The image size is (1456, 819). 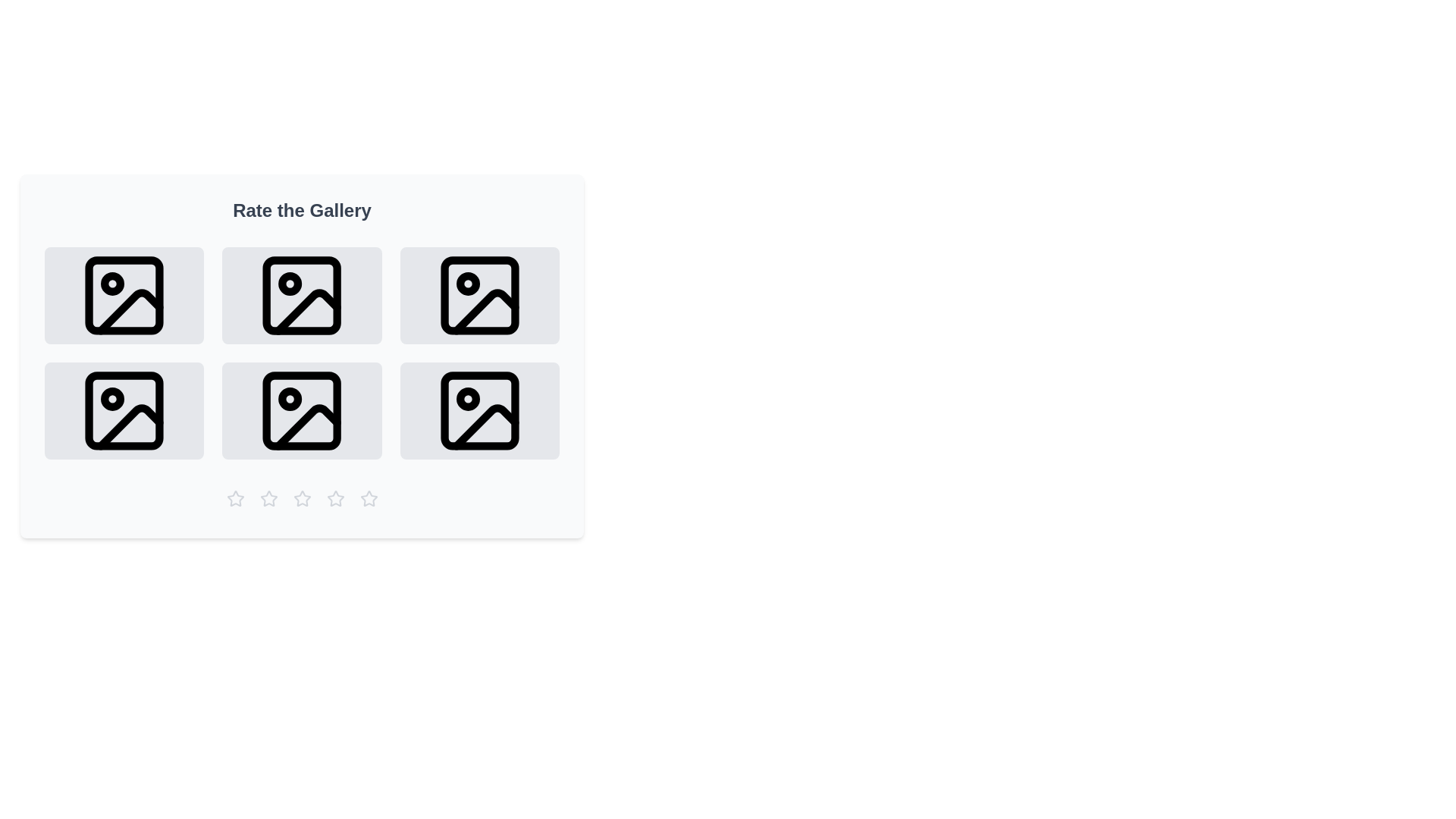 What do you see at coordinates (369, 499) in the screenshot?
I see `the gallery rating to 5 stars by clicking the corresponding star` at bounding box center [369, 499].